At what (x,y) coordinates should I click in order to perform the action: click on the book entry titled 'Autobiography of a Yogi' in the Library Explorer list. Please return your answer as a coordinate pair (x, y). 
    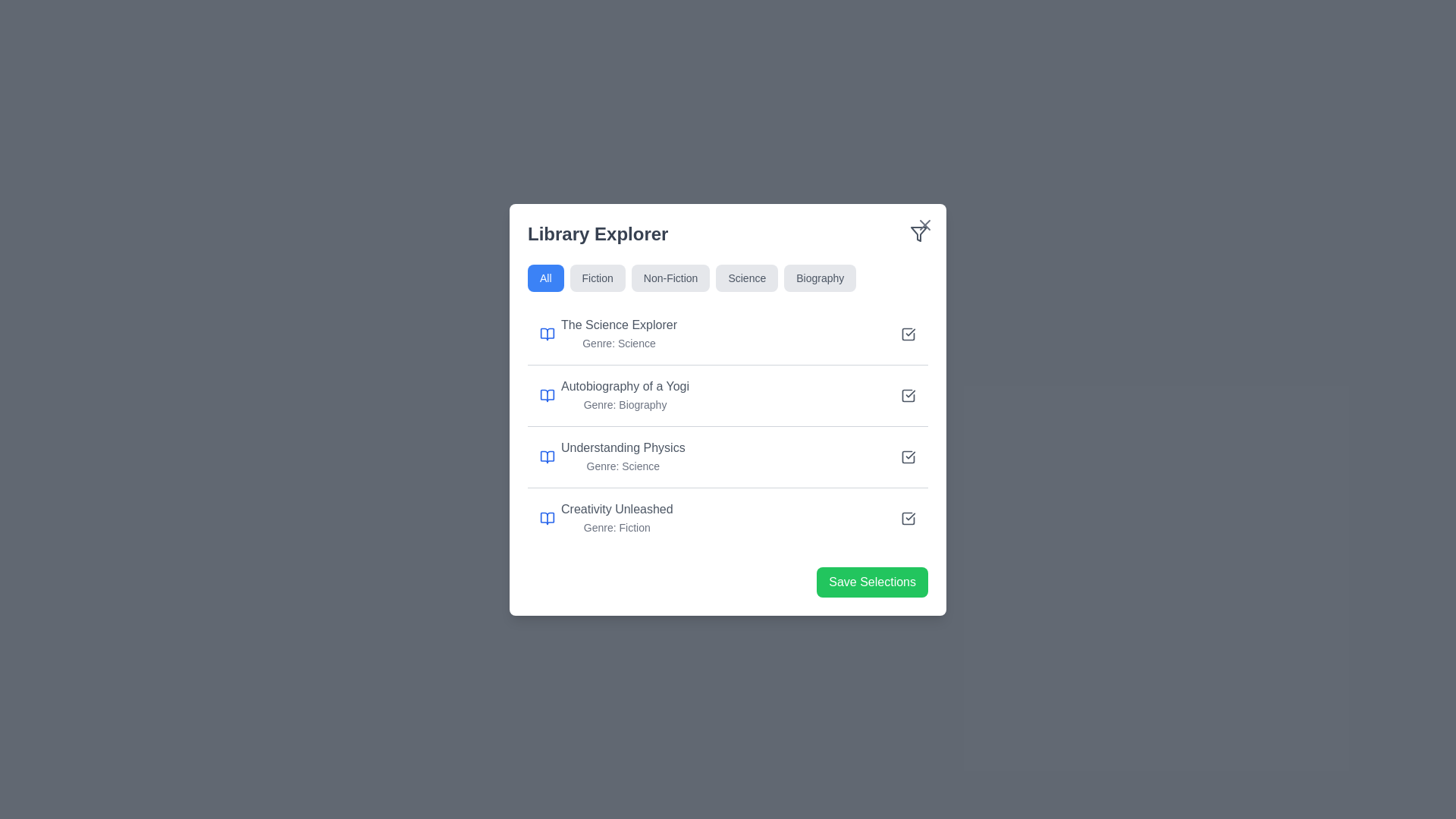
    Looking at the image, I should click on (614, 394).